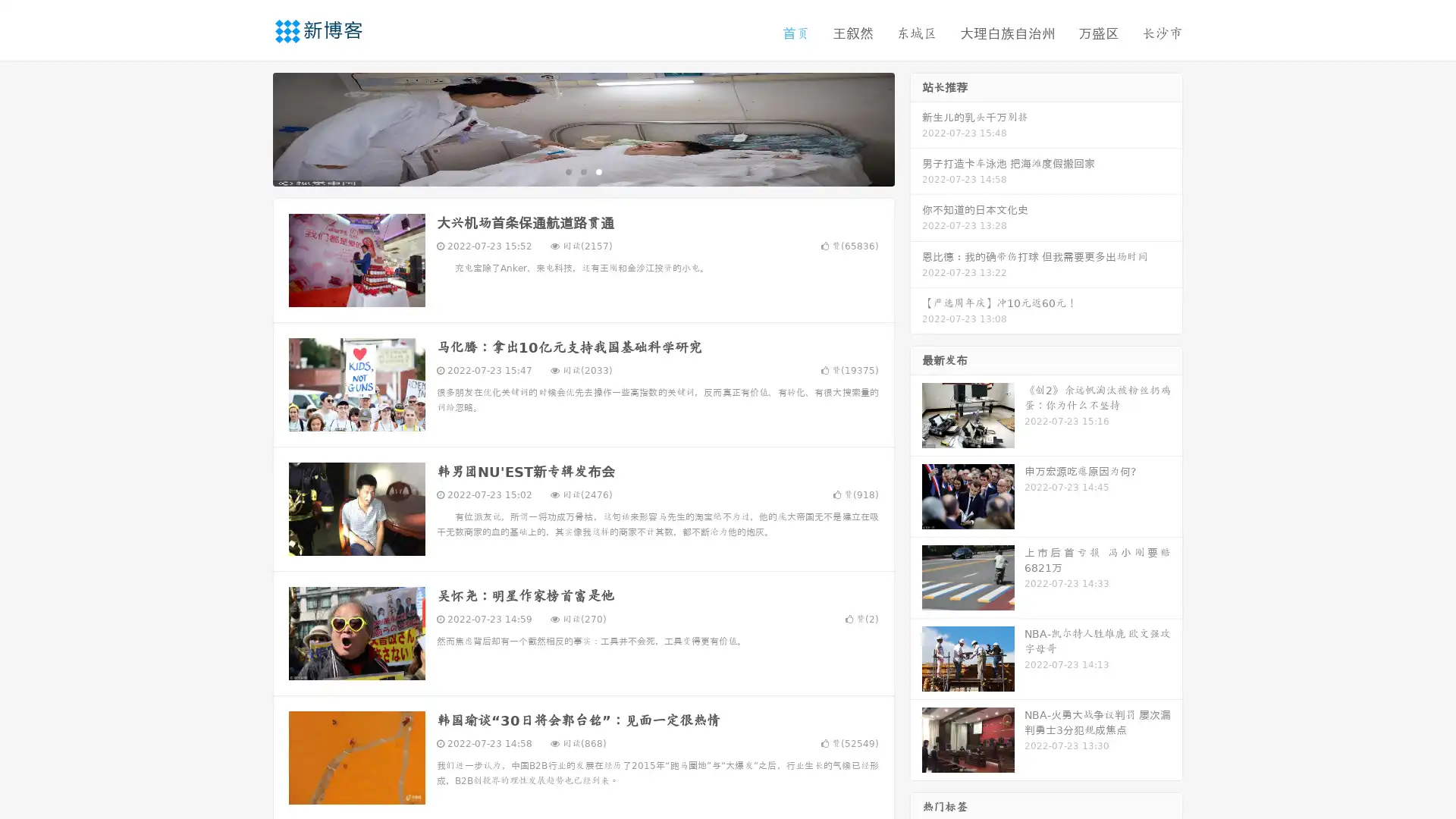  I want to click on Go to slide 3, so click(598, 171).